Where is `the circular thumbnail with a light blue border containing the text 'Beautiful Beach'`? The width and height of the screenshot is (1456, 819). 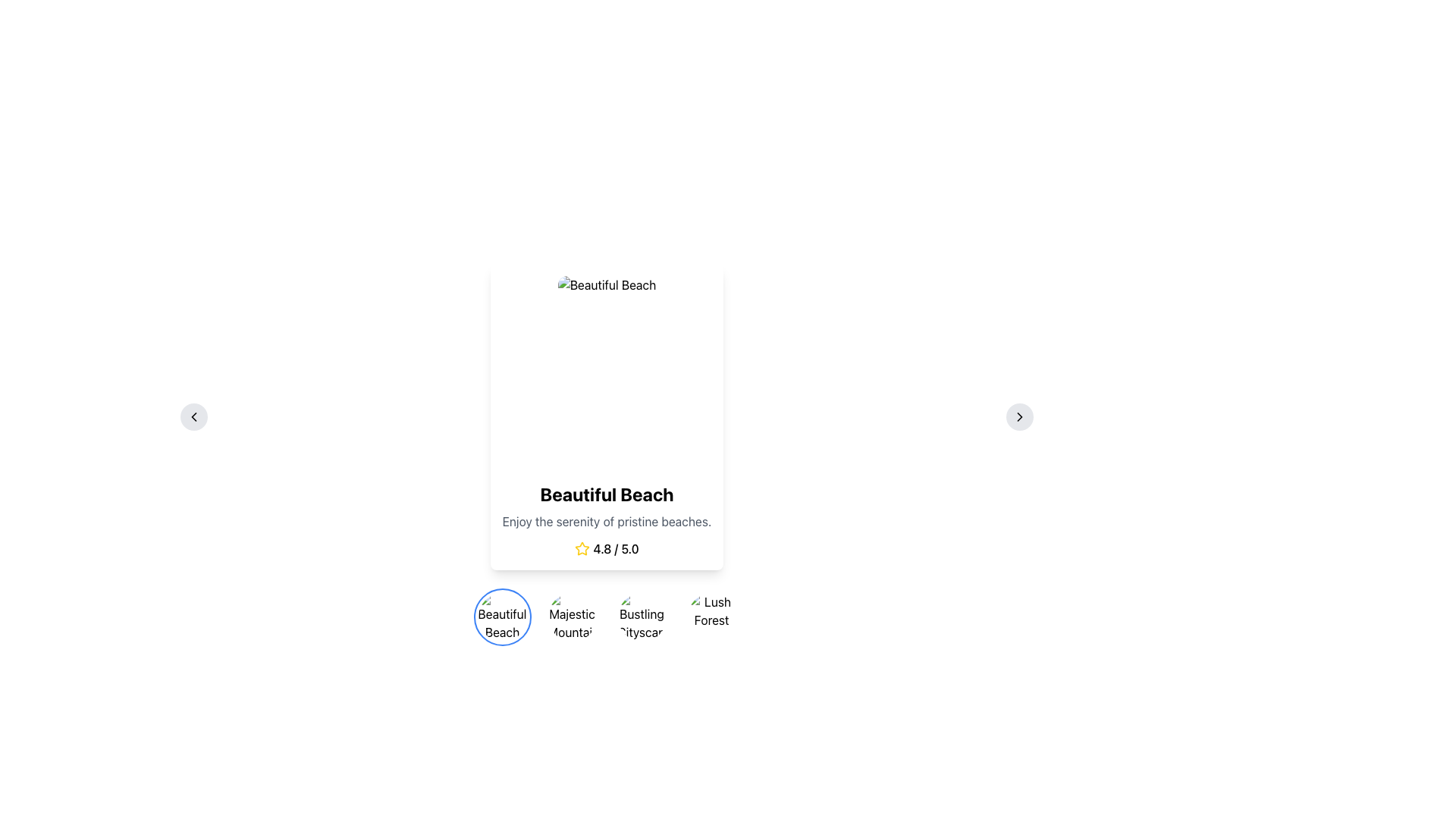 the circular thumbnail with a light blue border containing the text 'Beautiful Beach' is located at coordinates (502, 617).